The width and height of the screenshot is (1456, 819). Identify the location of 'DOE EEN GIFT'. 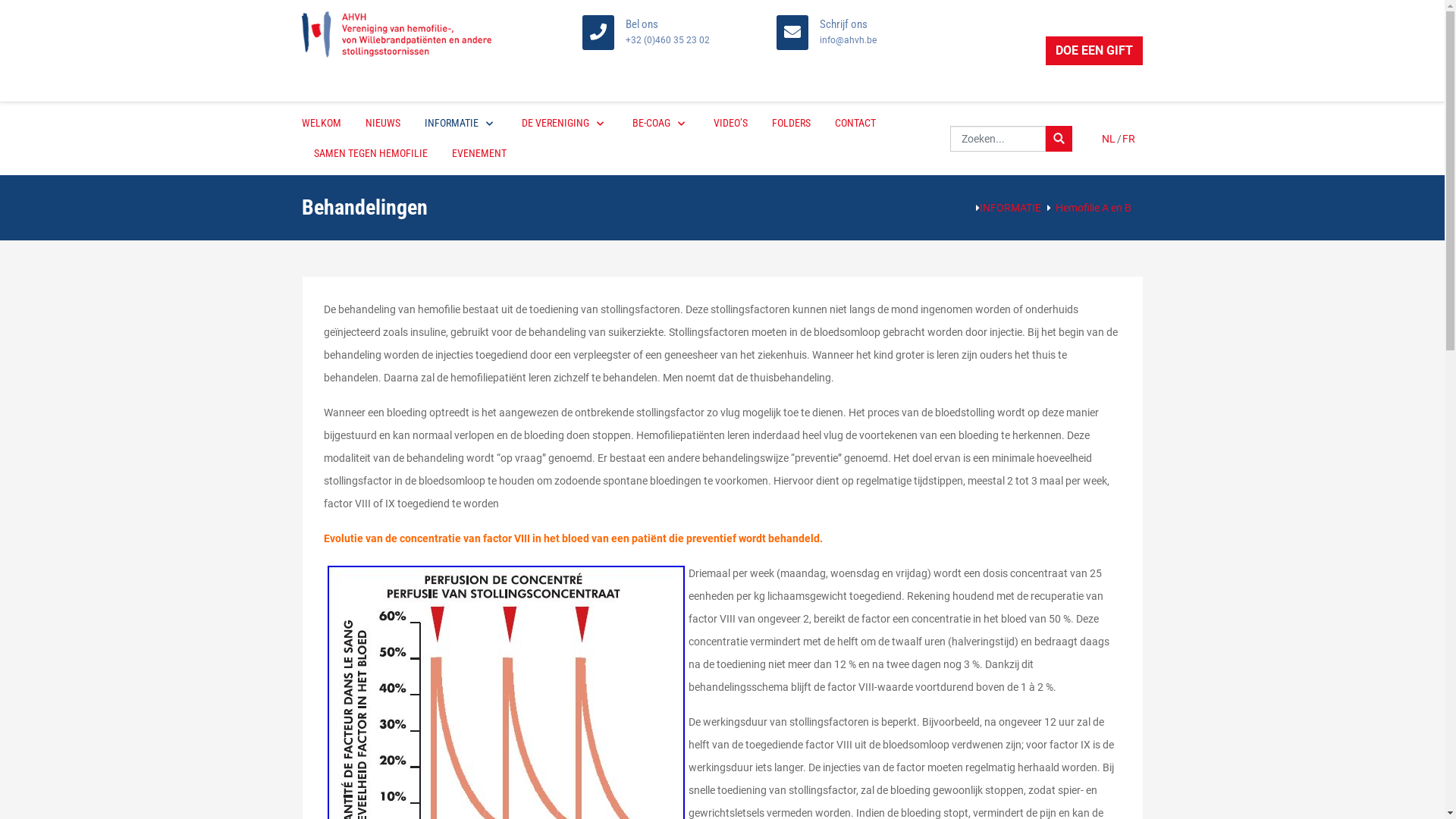
(1044, 49).